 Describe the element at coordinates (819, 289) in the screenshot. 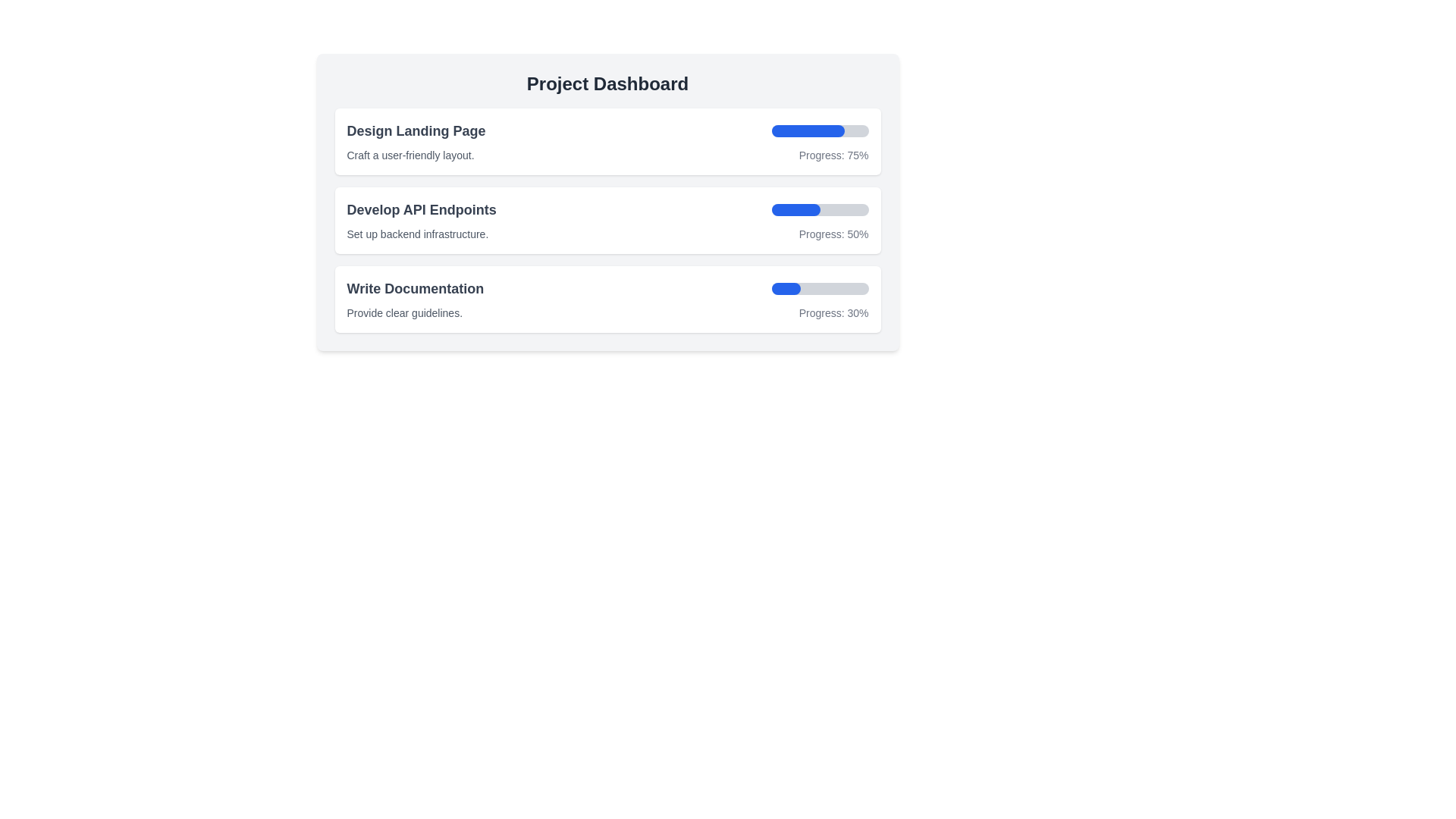

I see `the progress bar that visually represents the percentage of task completion for 'Write Documentation' located to the right of the 'Write Documentation' text and above the 'Progress: 30%' label` at that location.